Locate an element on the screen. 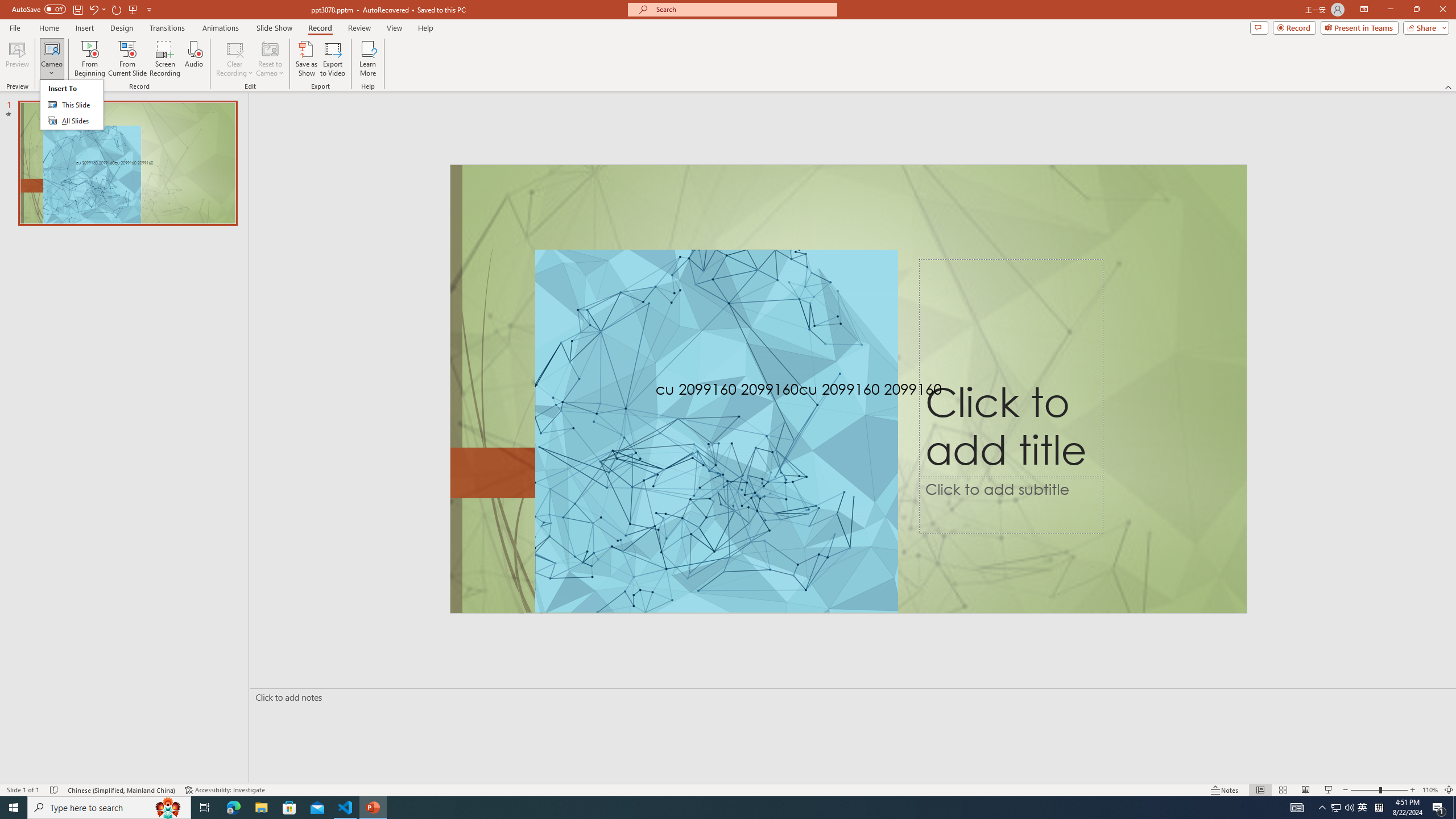 The width and height of the screenshot is (1456, 819). 'AutomationID: 4105' is located at coordinates (1296, 806).